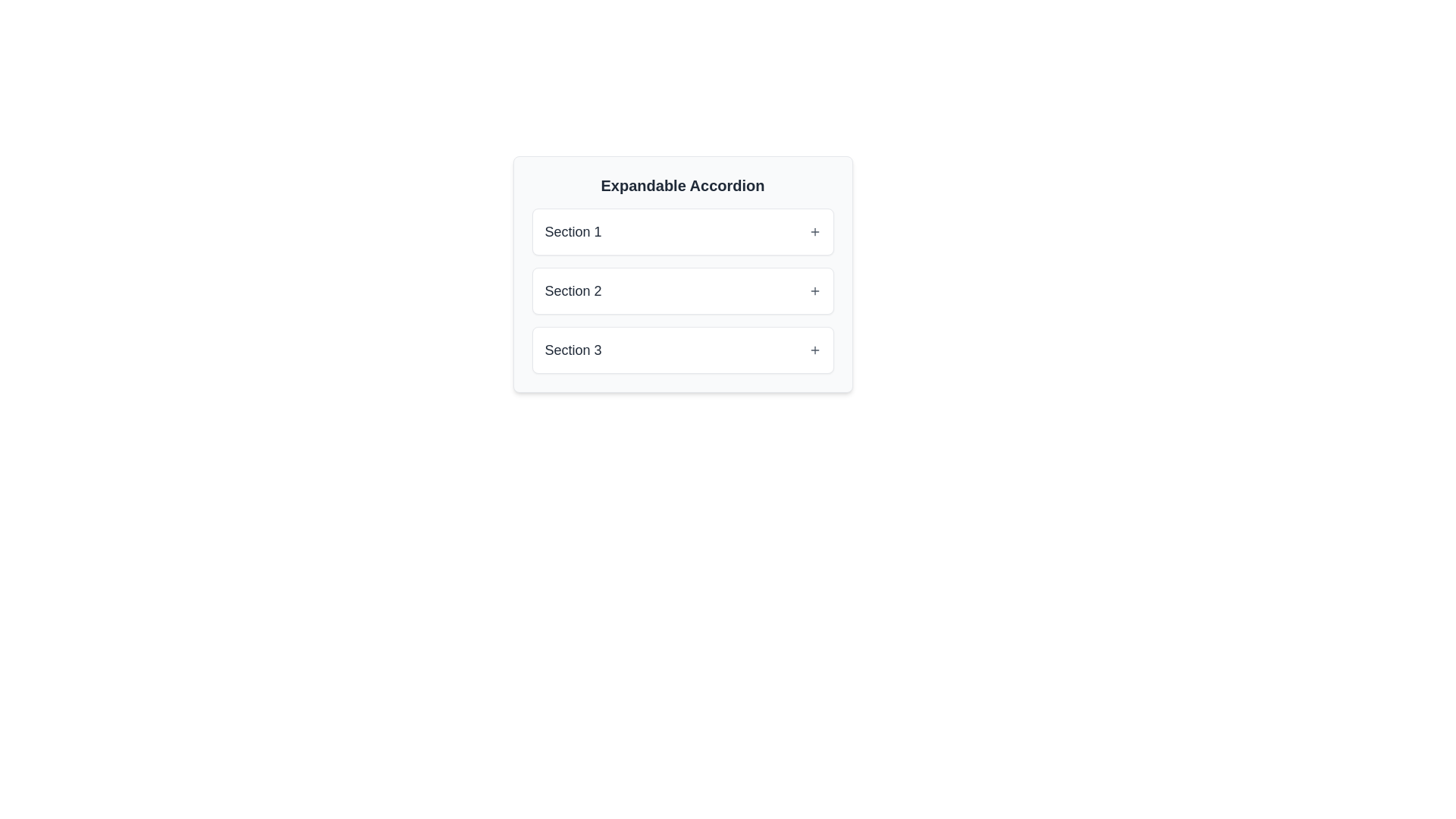  I want to click on the informational text label indicating the title of the third section in the accordion, located on the left side of the row with the '+' button, so click(573, 350).